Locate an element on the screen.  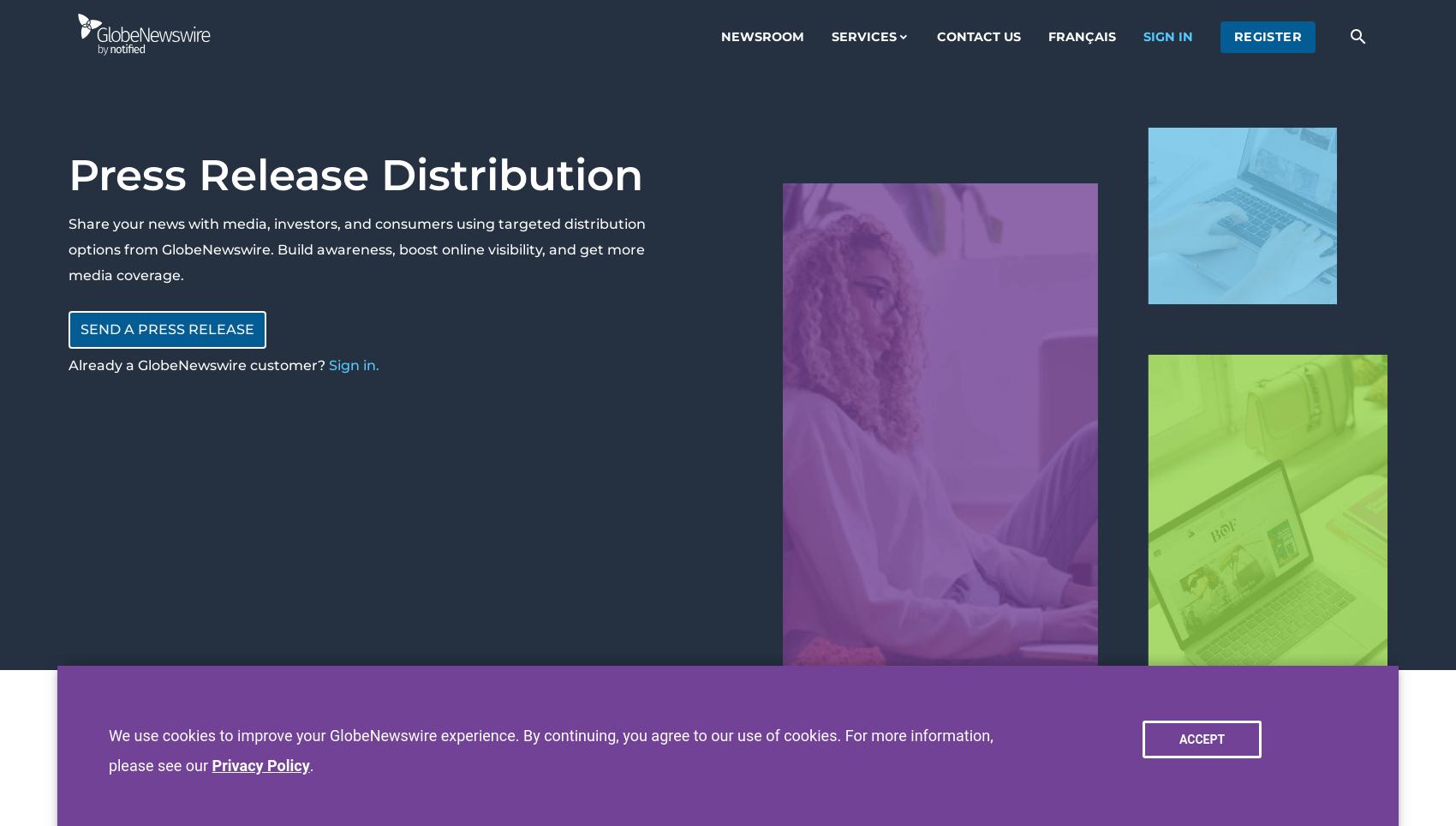
'Français' is located at coordinates (1080, 36).